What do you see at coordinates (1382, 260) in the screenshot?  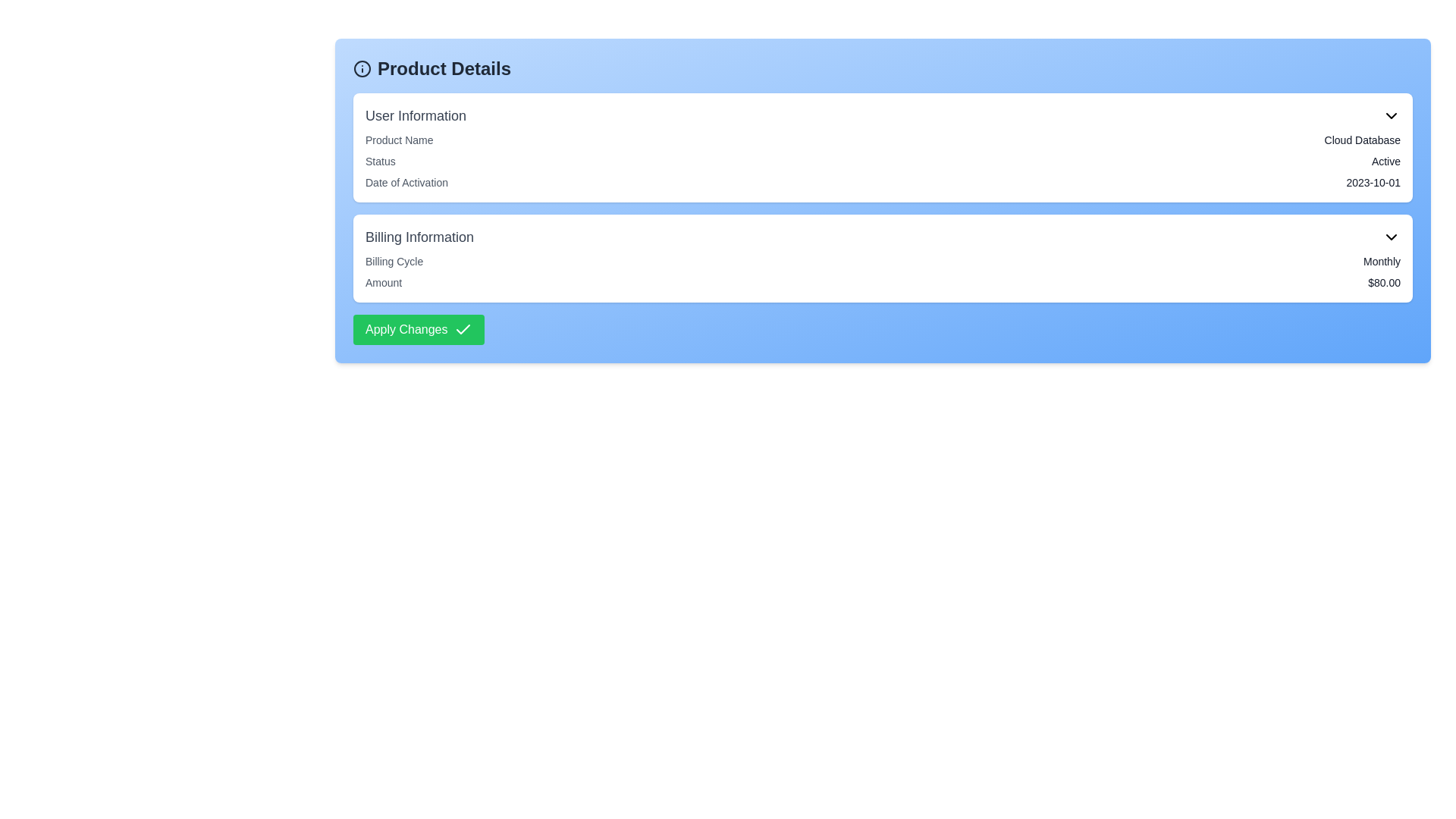 I see `the text display labeled 'Monthly' in the 'Billing Information' section, which is positioned to the right of the 'Billing Cycle' label` at bounding box center [1382, 260].